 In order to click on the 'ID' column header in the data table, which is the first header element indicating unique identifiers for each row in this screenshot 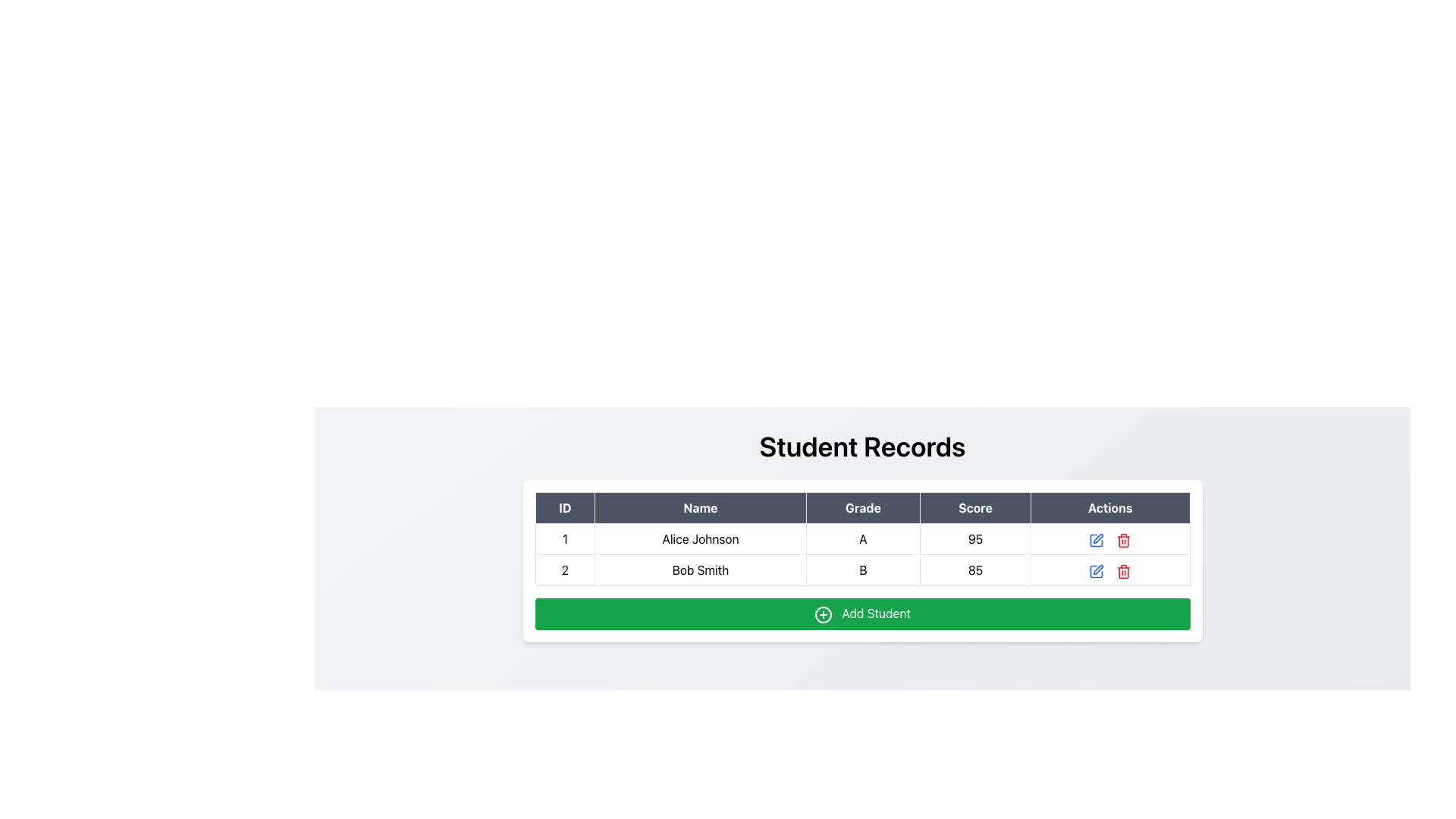, I will do `click(564, 508)`.